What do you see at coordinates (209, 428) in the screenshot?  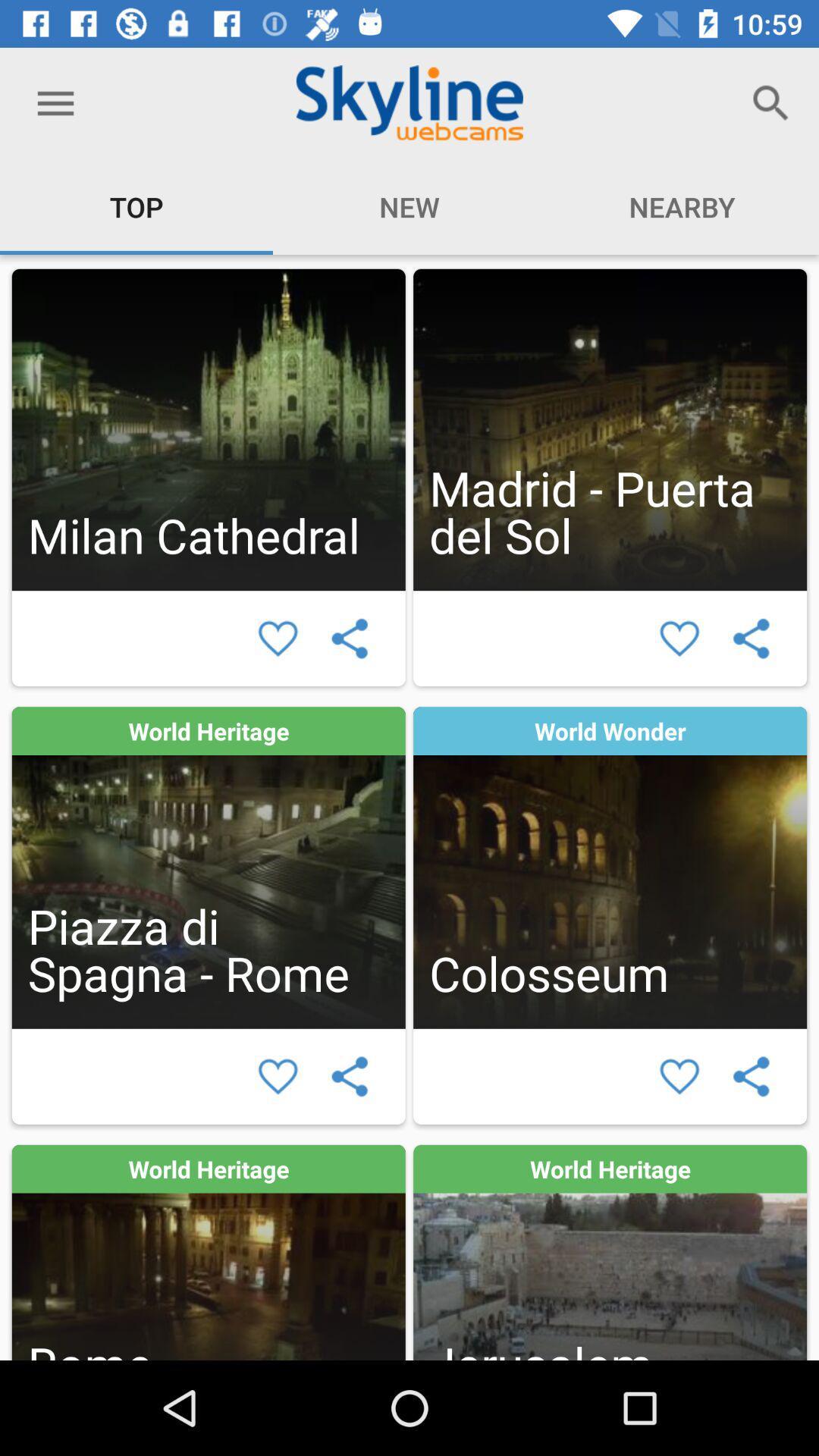 I see `camera feed` at bounding box center [209, 428].